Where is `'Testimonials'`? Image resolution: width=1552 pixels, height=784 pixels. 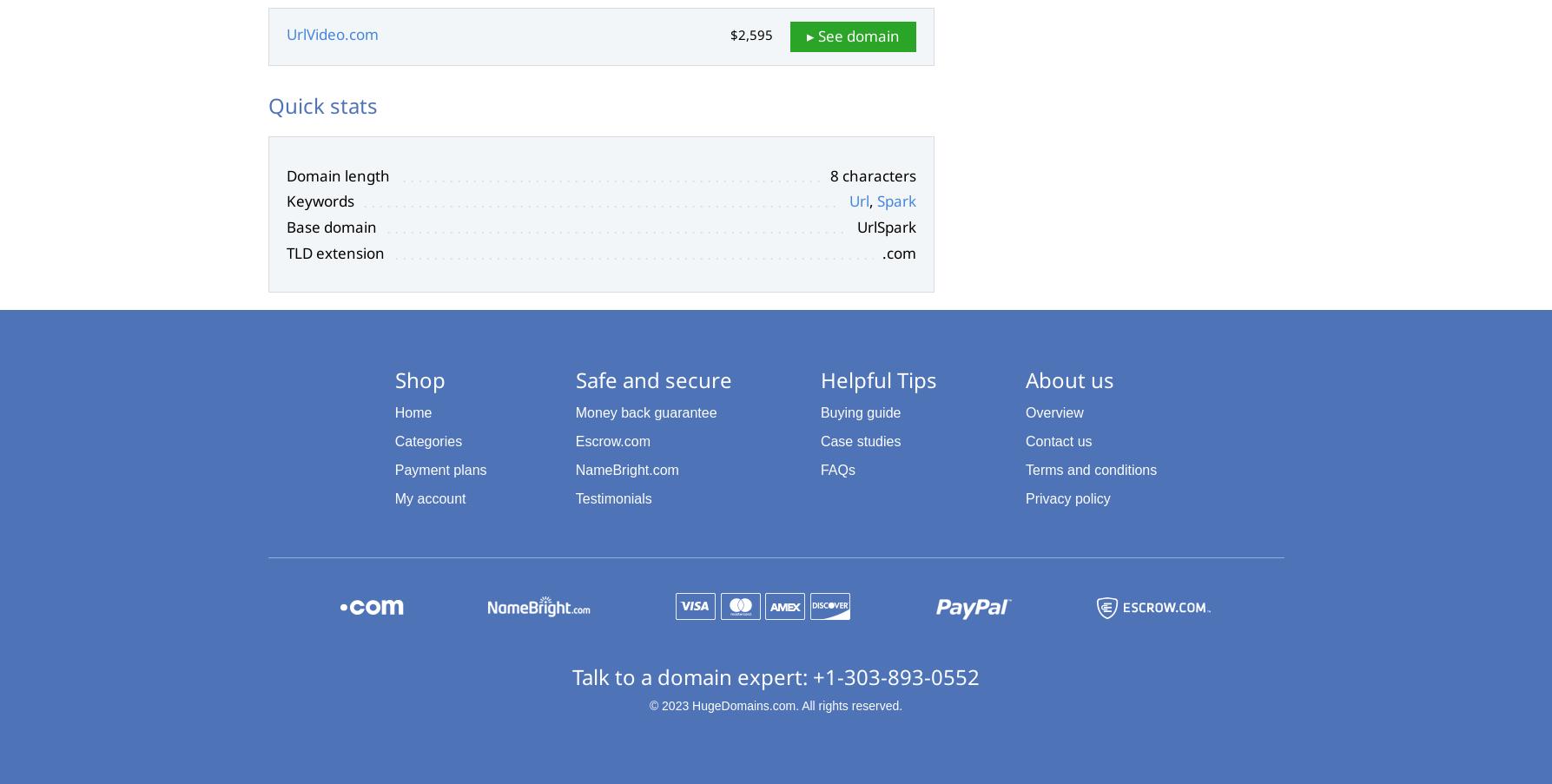
'Testimonials' is located at coordinates (612, 497).